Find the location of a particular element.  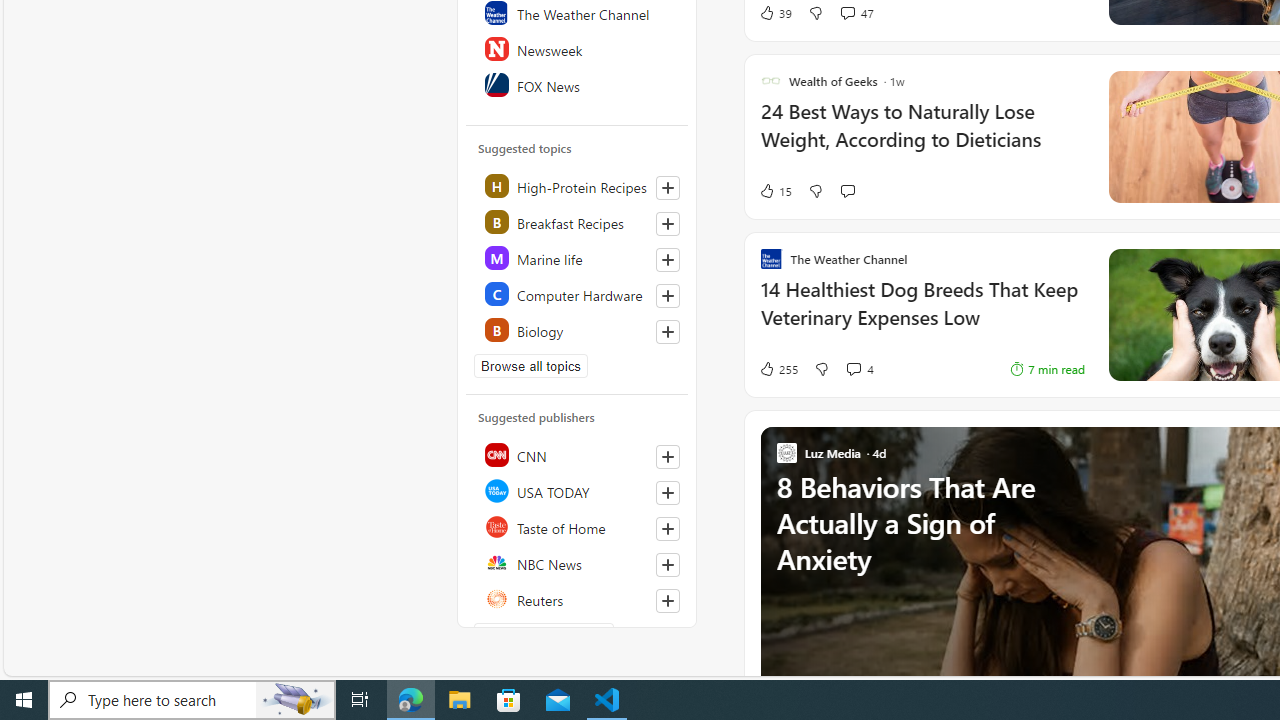

'Browse all topics' is located at coordinates (531, 366).